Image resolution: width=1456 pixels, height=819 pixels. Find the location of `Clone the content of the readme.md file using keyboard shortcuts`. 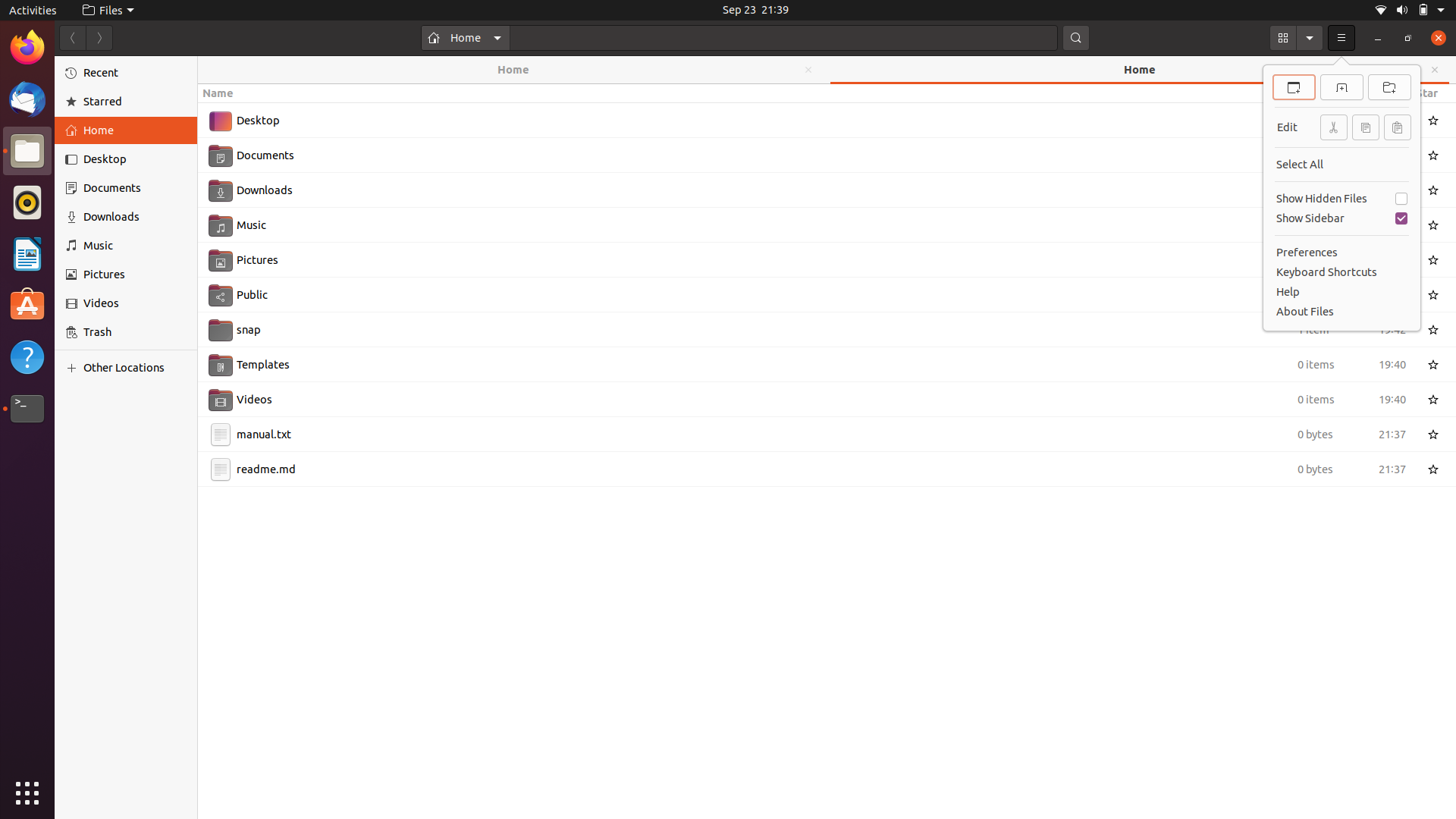

Clone the content of the readme.md file using keyboard shortcuts is located at coordinates (810, 467).